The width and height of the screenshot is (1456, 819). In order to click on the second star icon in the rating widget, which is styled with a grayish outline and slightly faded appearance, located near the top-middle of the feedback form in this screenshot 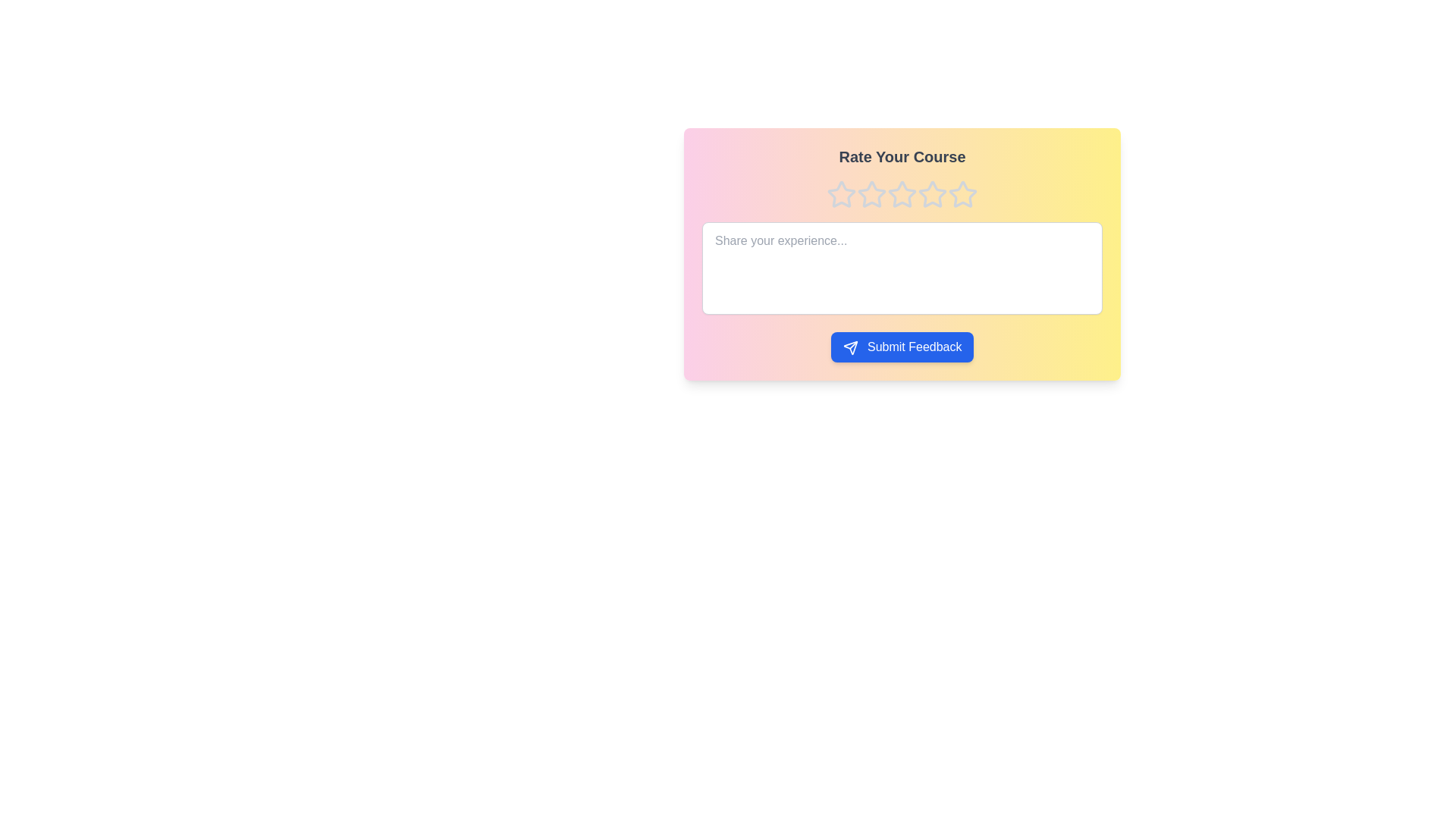, I will do `click(902, 193)`.